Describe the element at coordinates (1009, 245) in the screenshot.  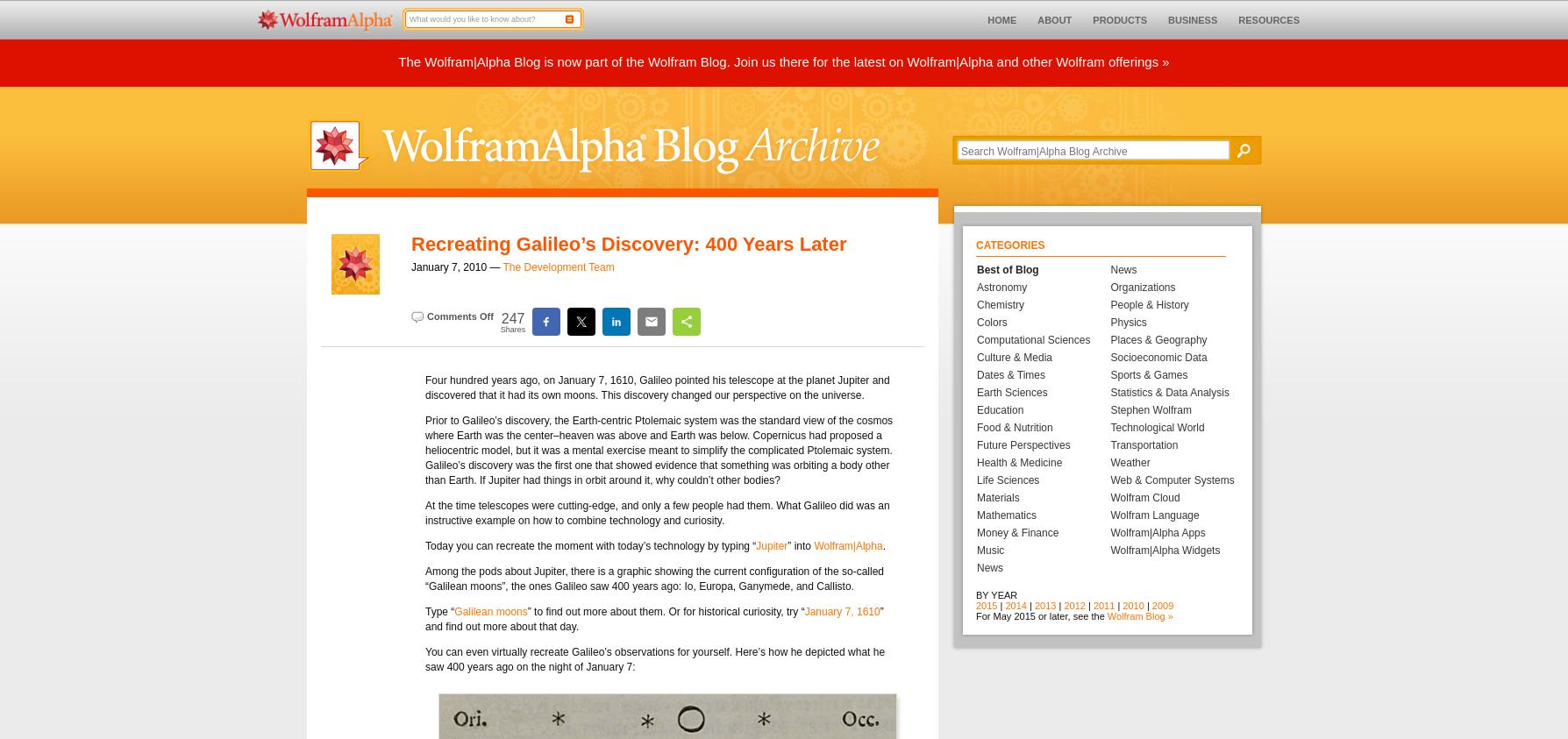
I see `'CATEGORIES'` at that location.